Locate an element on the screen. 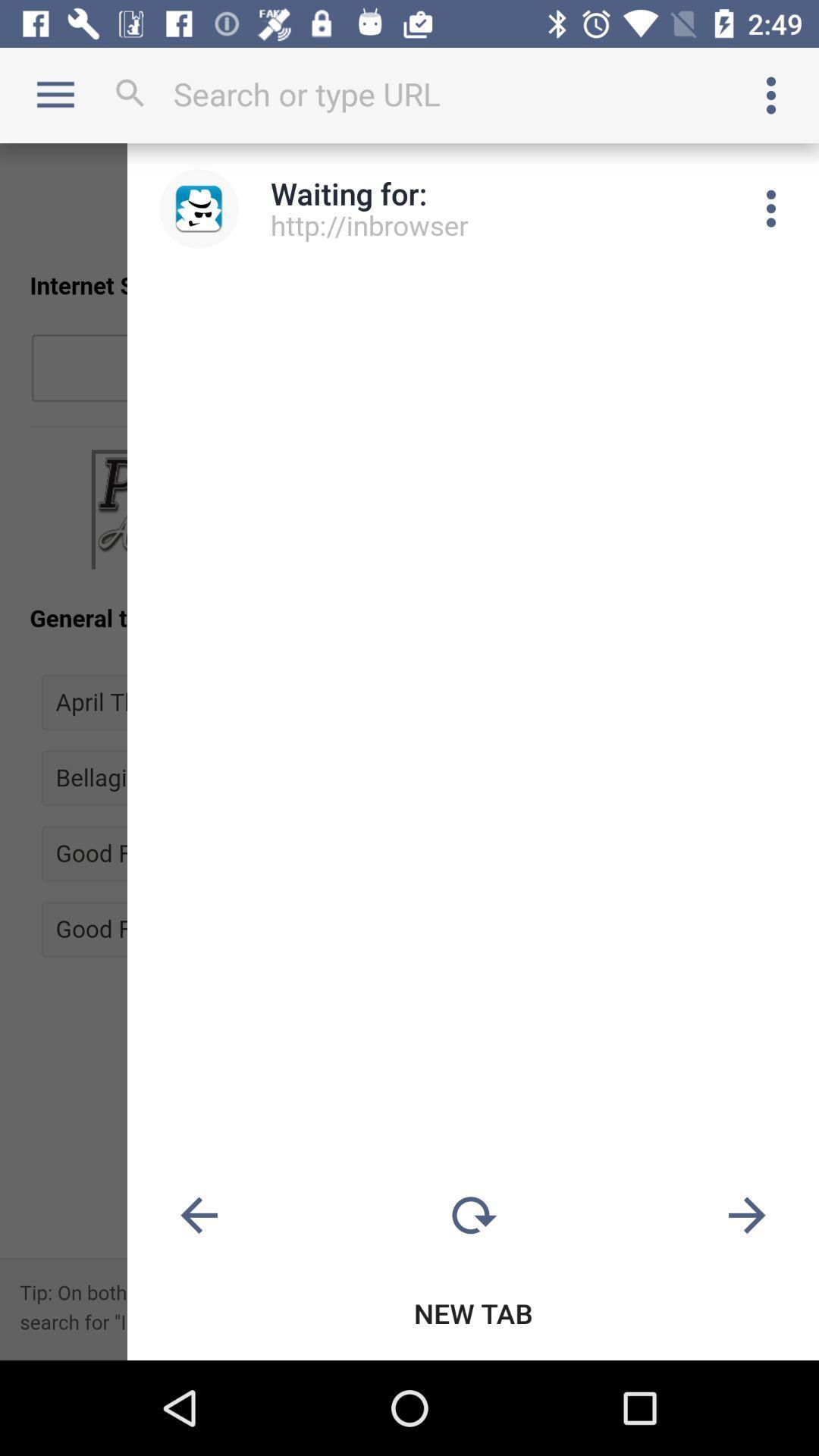  the new tab is located at coordinates (472, 1313).